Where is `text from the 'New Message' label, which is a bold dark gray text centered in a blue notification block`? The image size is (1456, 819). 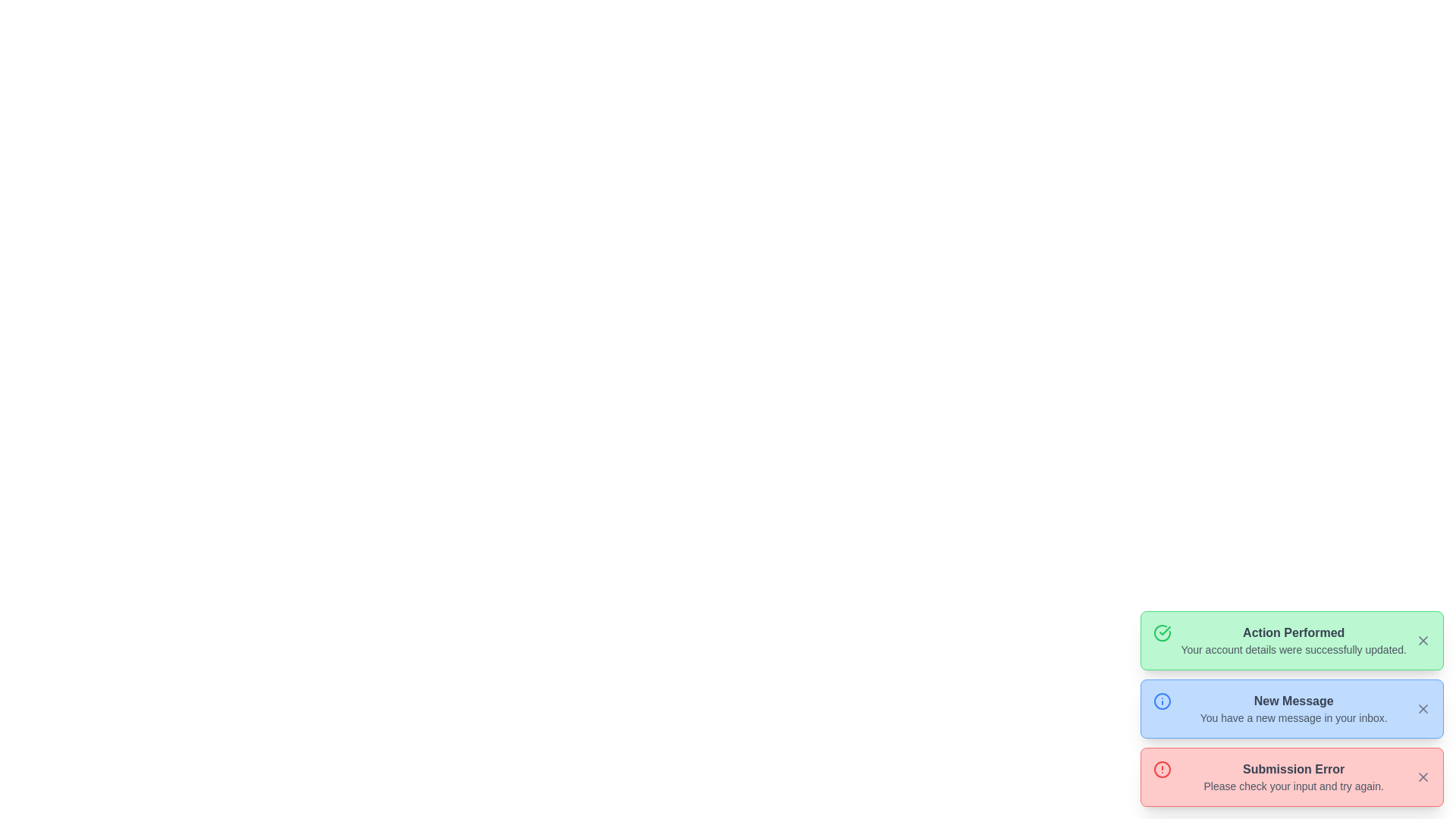
text from the 'New Message' label, which is a bold dark gray text centered in a blue notification block is located at coordinates (1293, 701).